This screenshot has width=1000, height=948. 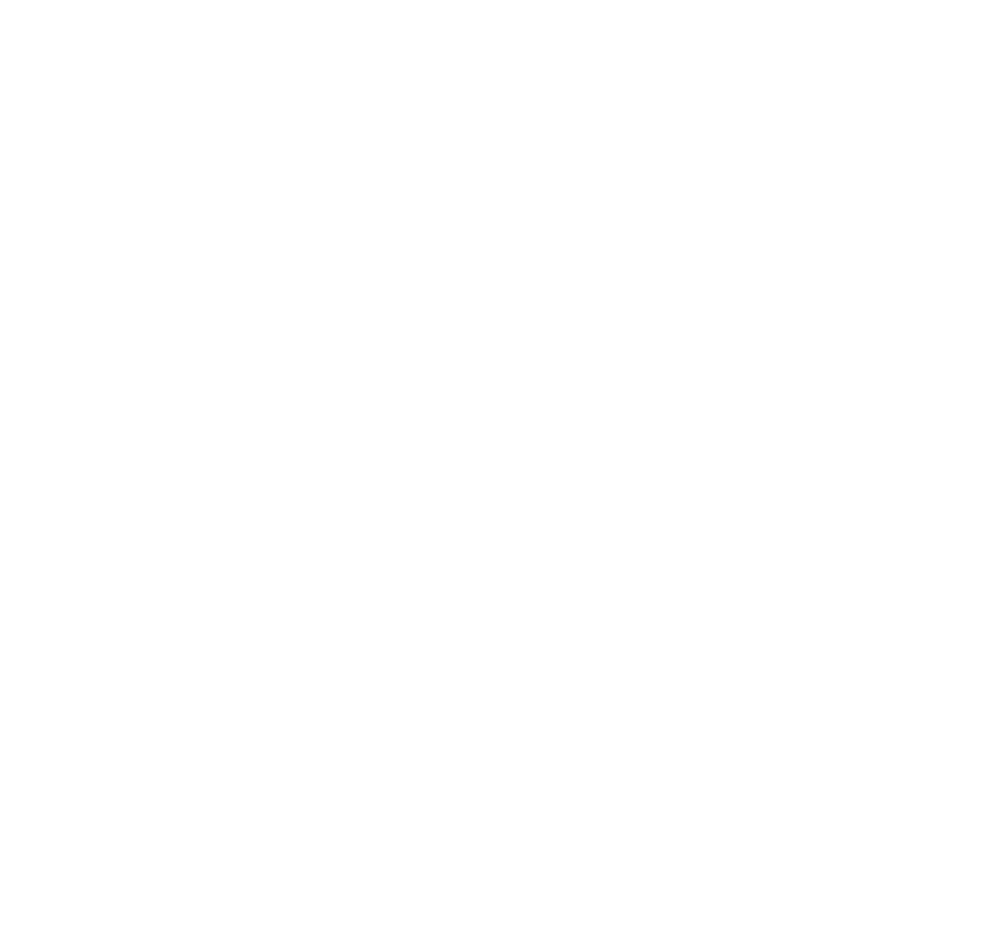 I want to click on 'Tags', so click(x=640, y=811).